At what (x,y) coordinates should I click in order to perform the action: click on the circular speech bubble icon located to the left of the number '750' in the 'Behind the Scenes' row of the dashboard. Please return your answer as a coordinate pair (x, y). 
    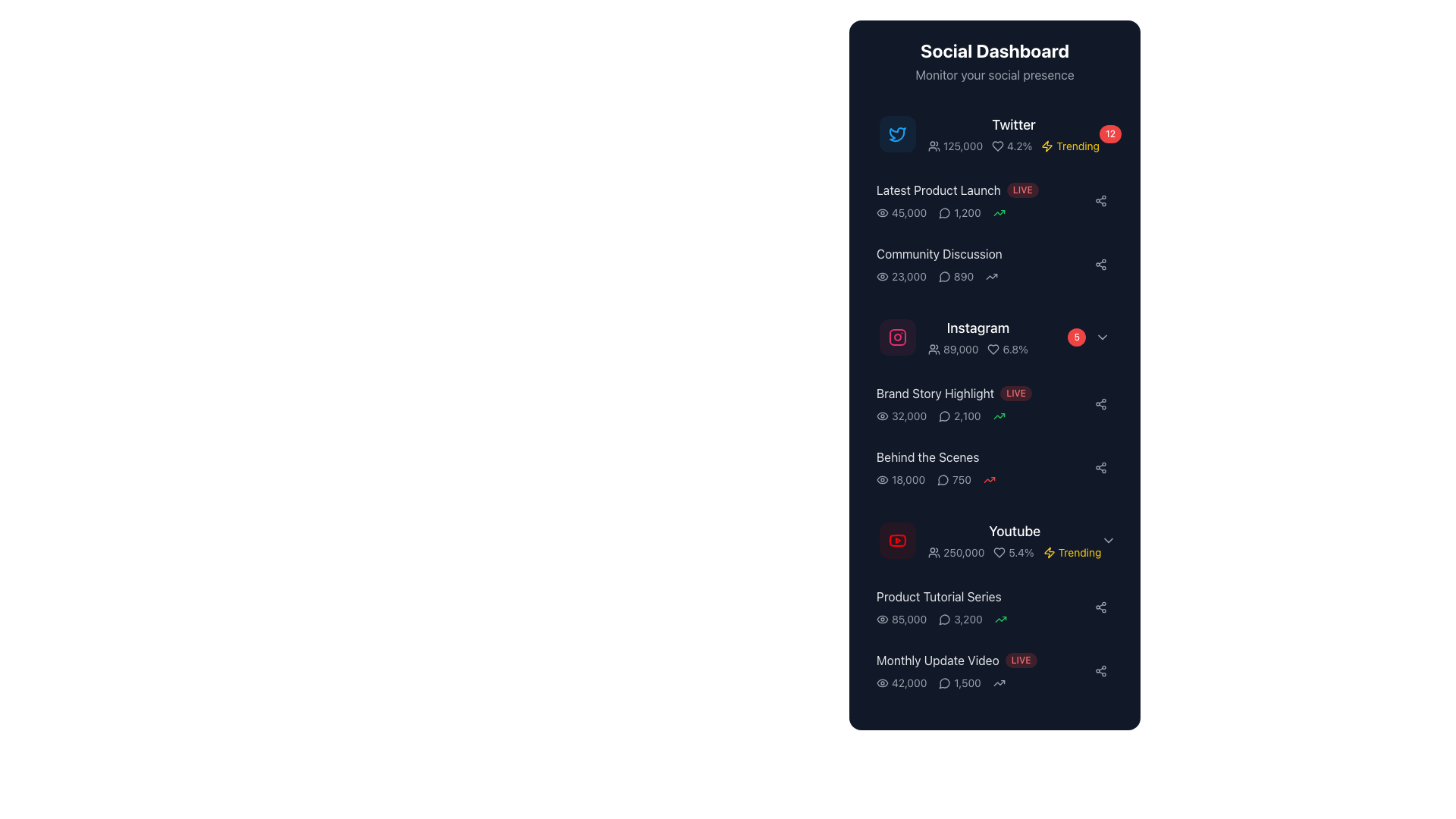
    Looking at the image, I should click on (943, 479).